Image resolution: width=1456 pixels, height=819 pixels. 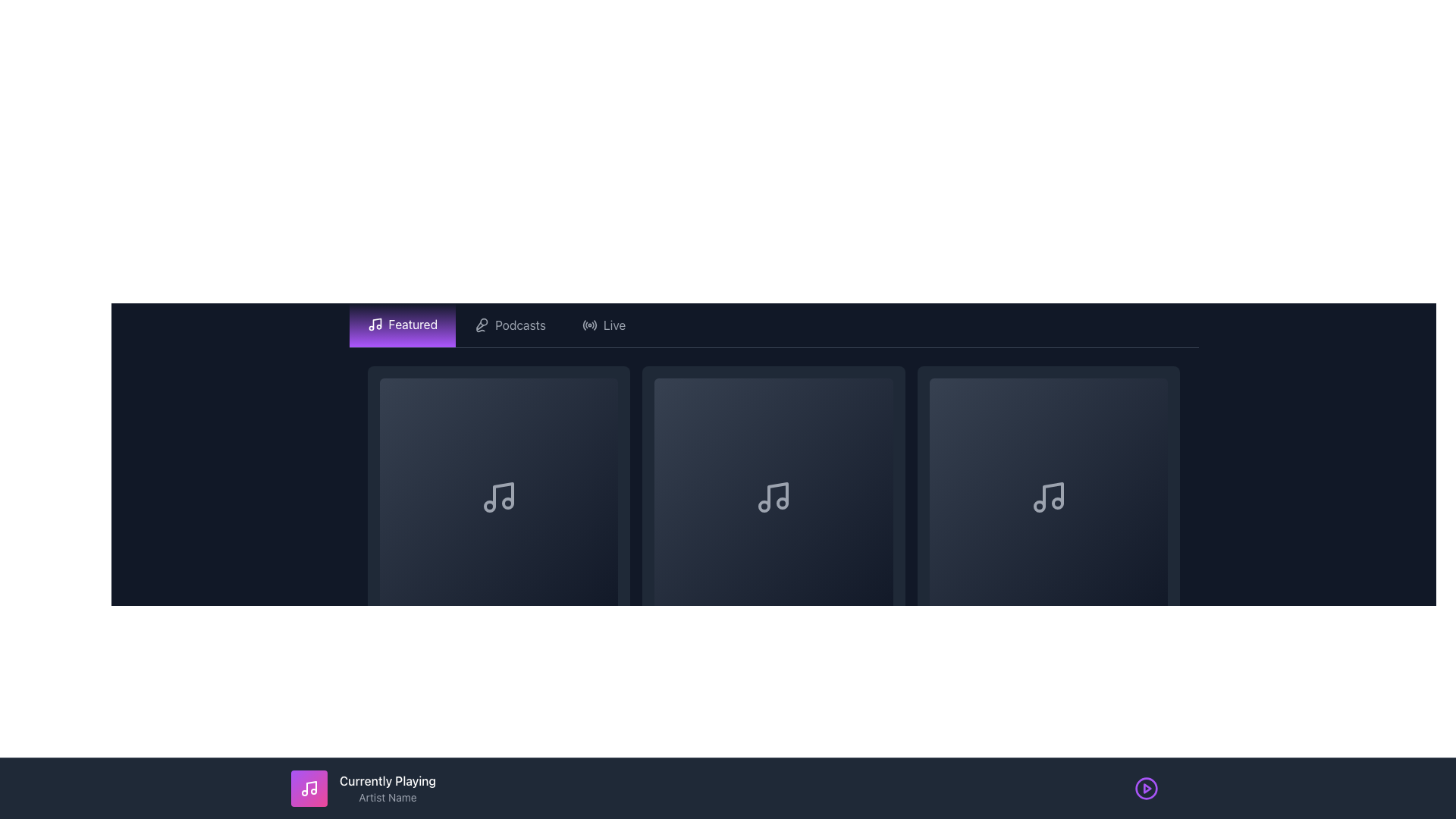 I want to click on the top-right circle of the music-related SVG graphic, which is part of a larger illustration and serves a decorative purpose, so click(x=1057, y=504).